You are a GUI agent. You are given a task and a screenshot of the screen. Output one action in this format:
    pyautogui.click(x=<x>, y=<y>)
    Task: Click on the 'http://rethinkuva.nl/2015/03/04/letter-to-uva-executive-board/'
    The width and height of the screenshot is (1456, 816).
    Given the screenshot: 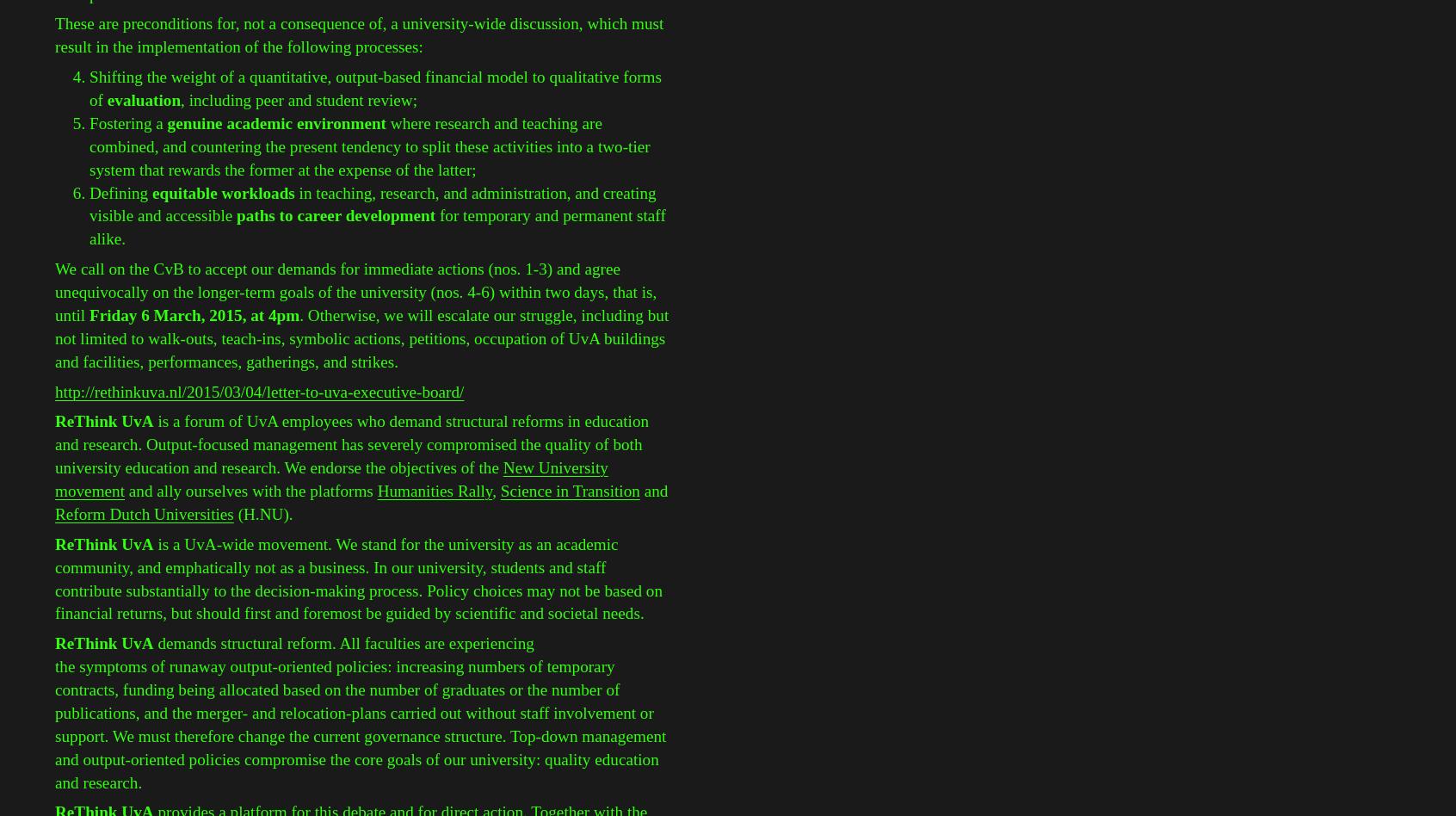 What is the action you would take?
    pyautogui.click(x=258, y=390)
    